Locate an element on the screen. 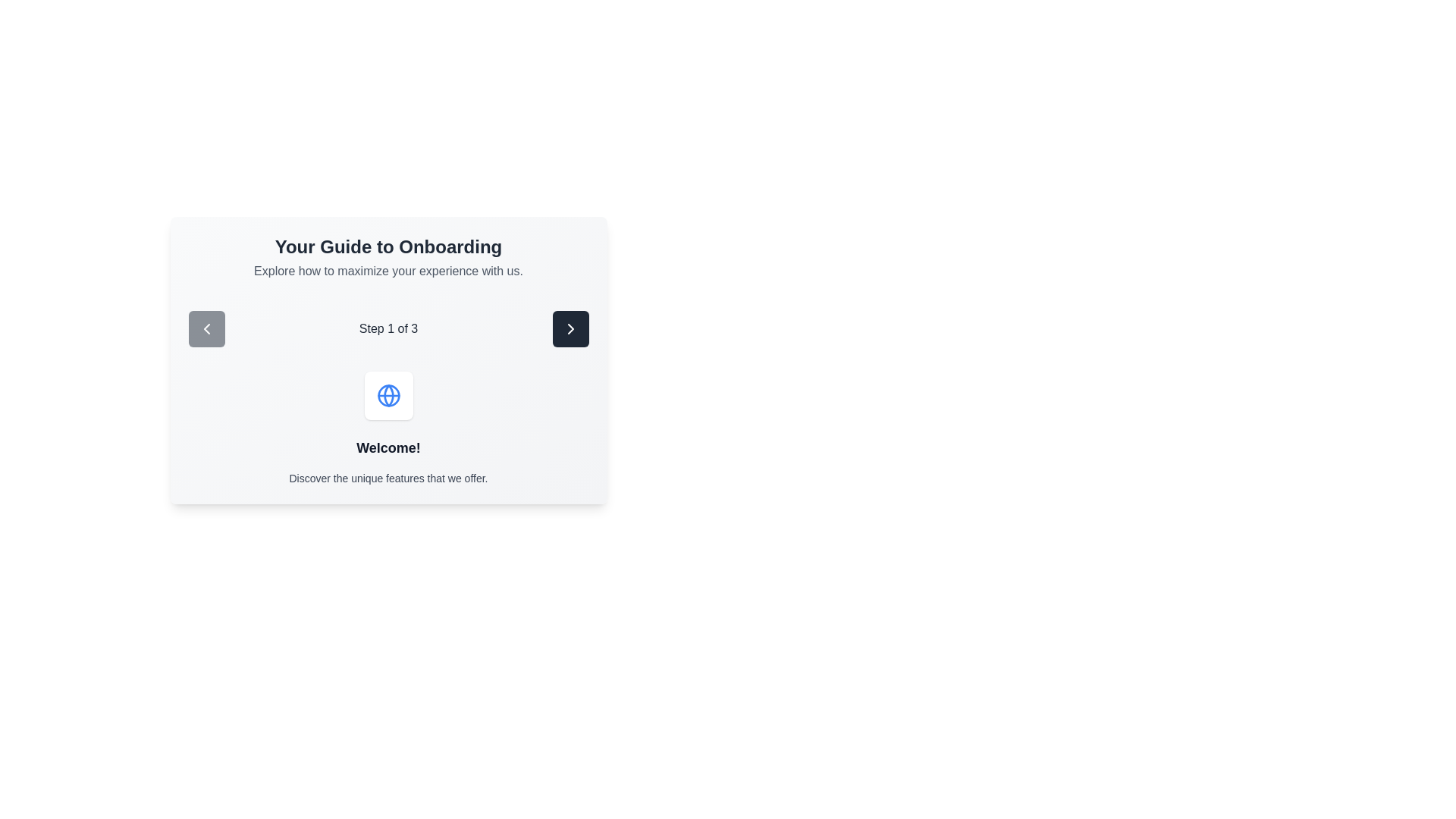 This screenshot has height=819, width=1456. the decorative icon which is a white rounded rectangle containing a prominent blue globe icon, located above the text 'Welcome!' and 'Discover the unique features that we offer.' is located at coordinates (388, 394).